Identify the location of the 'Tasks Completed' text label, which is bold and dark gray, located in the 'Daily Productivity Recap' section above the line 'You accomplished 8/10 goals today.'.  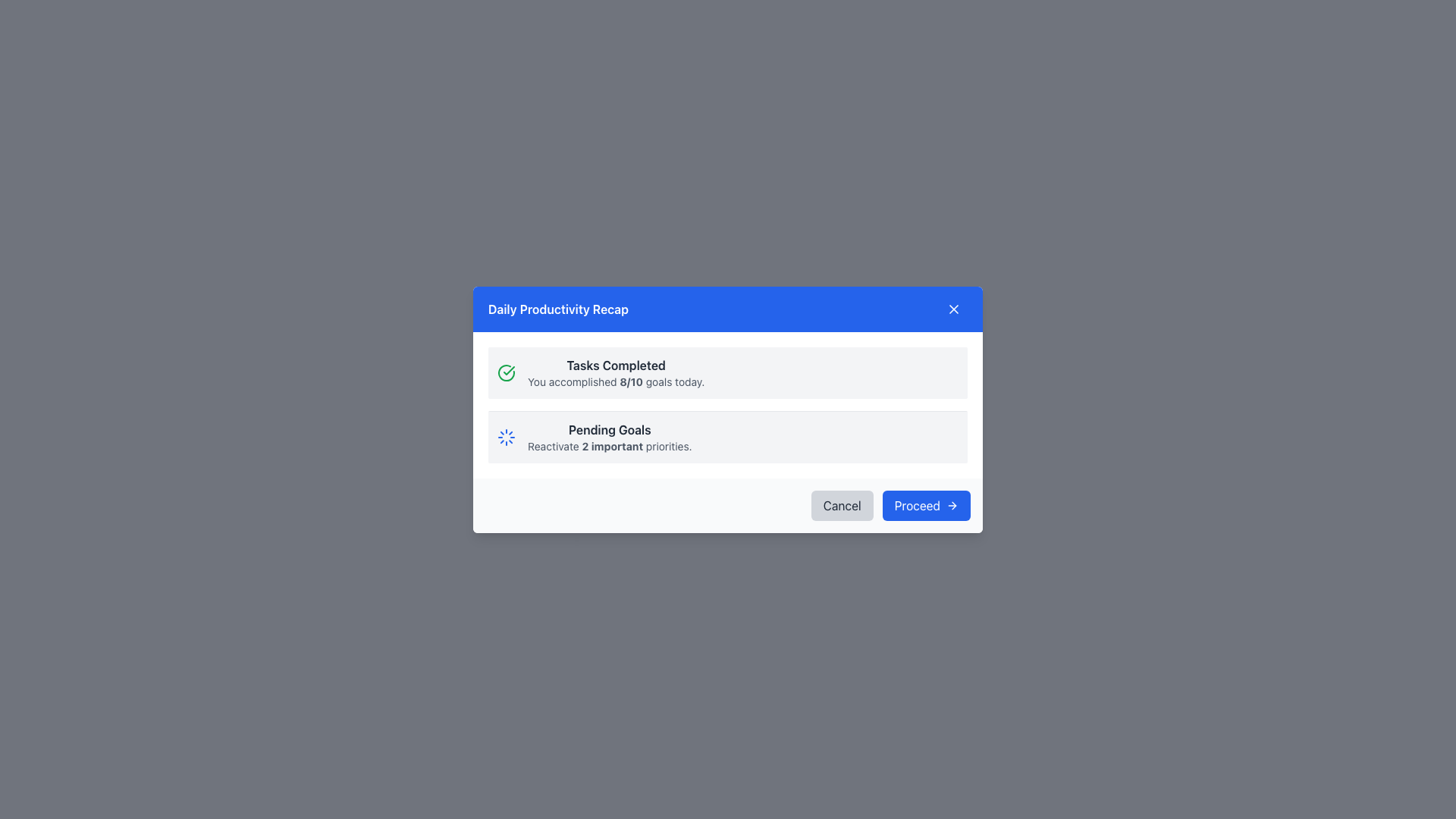
(616, 365).